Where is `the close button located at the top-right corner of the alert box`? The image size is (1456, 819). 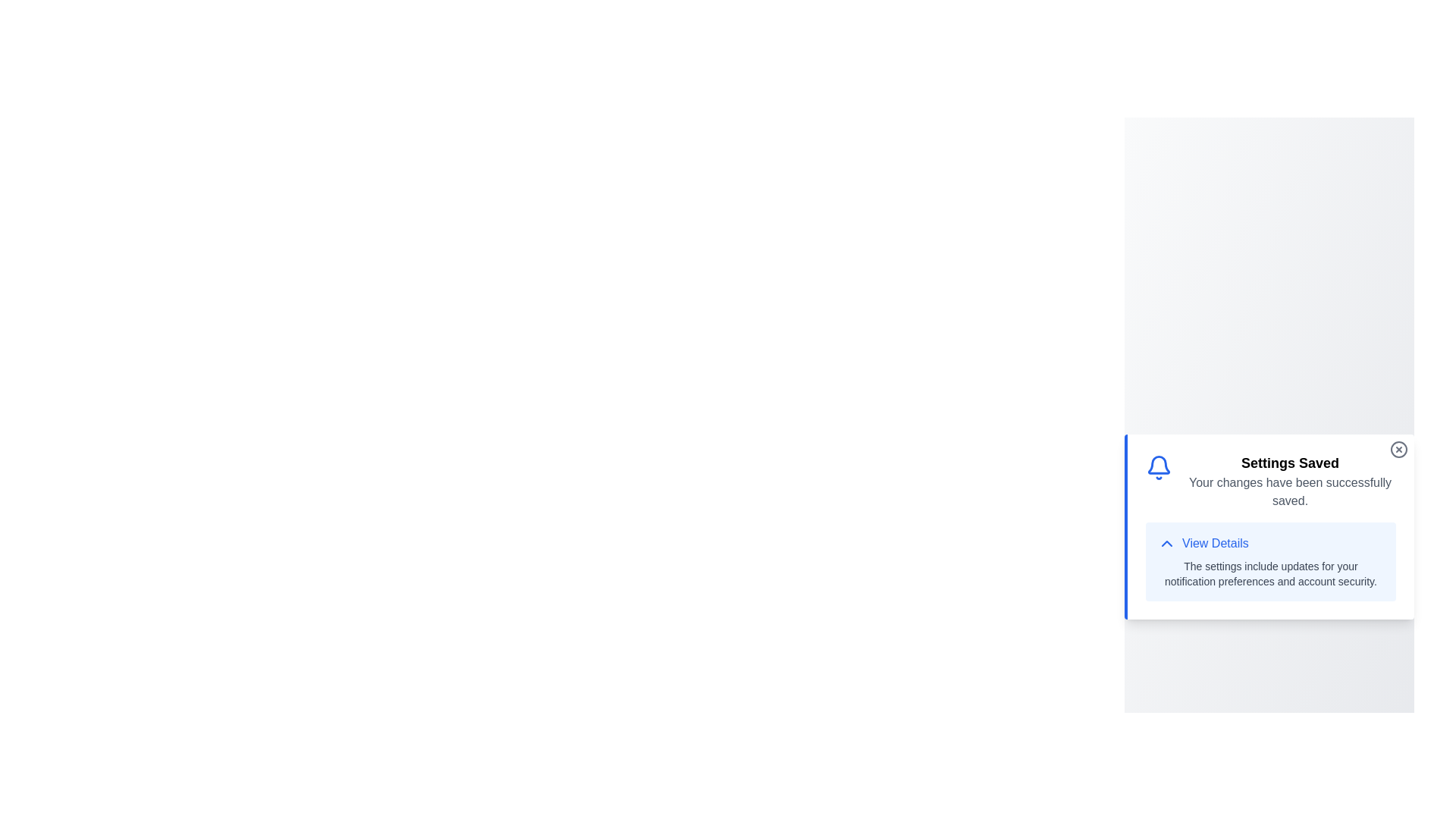
the close button located at the top-right corner of the alert box is located at coordinates (1398, 449).